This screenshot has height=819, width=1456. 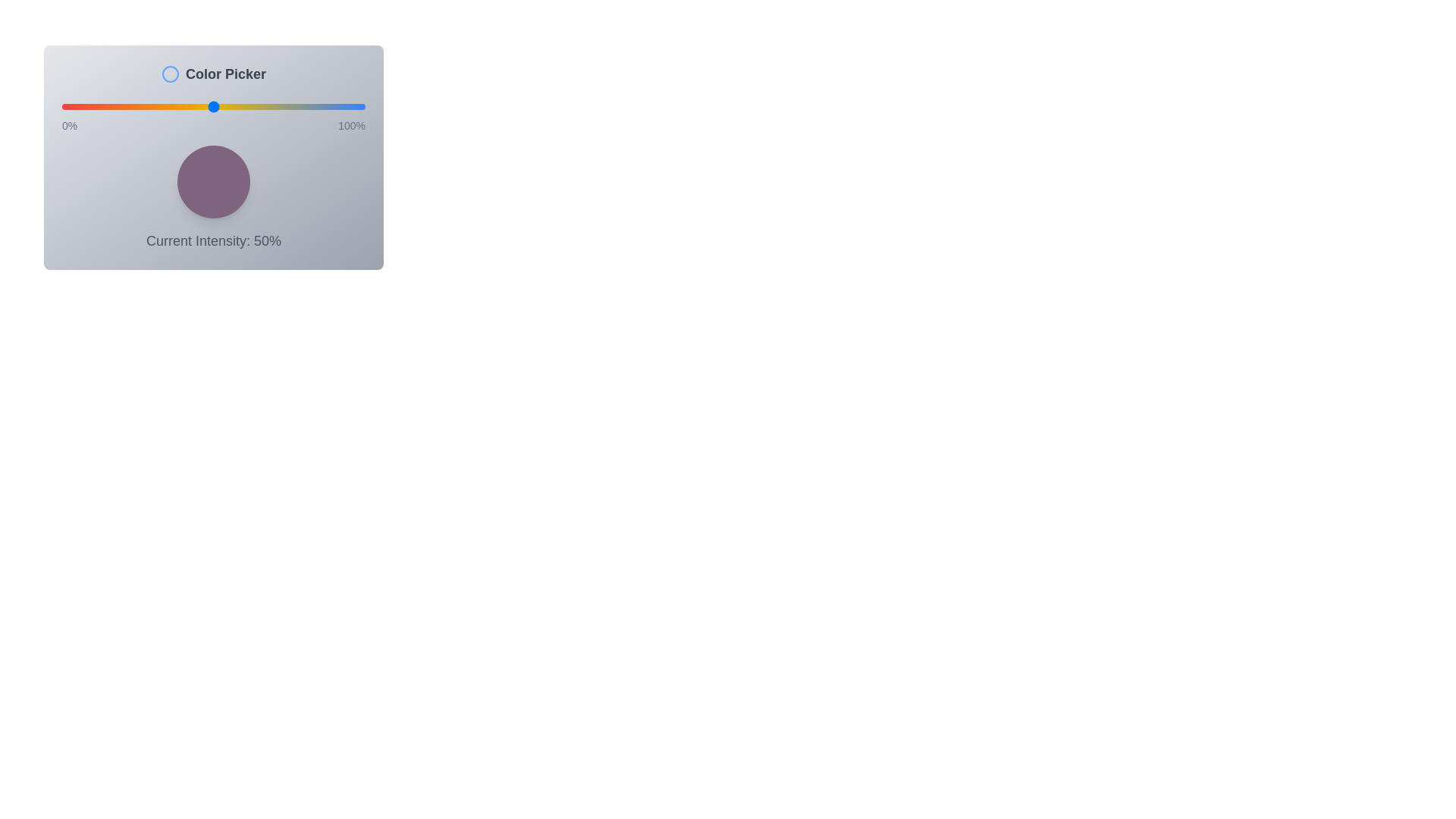 I want to click on the intensity slider to 90%, so click(x=334, y=106).